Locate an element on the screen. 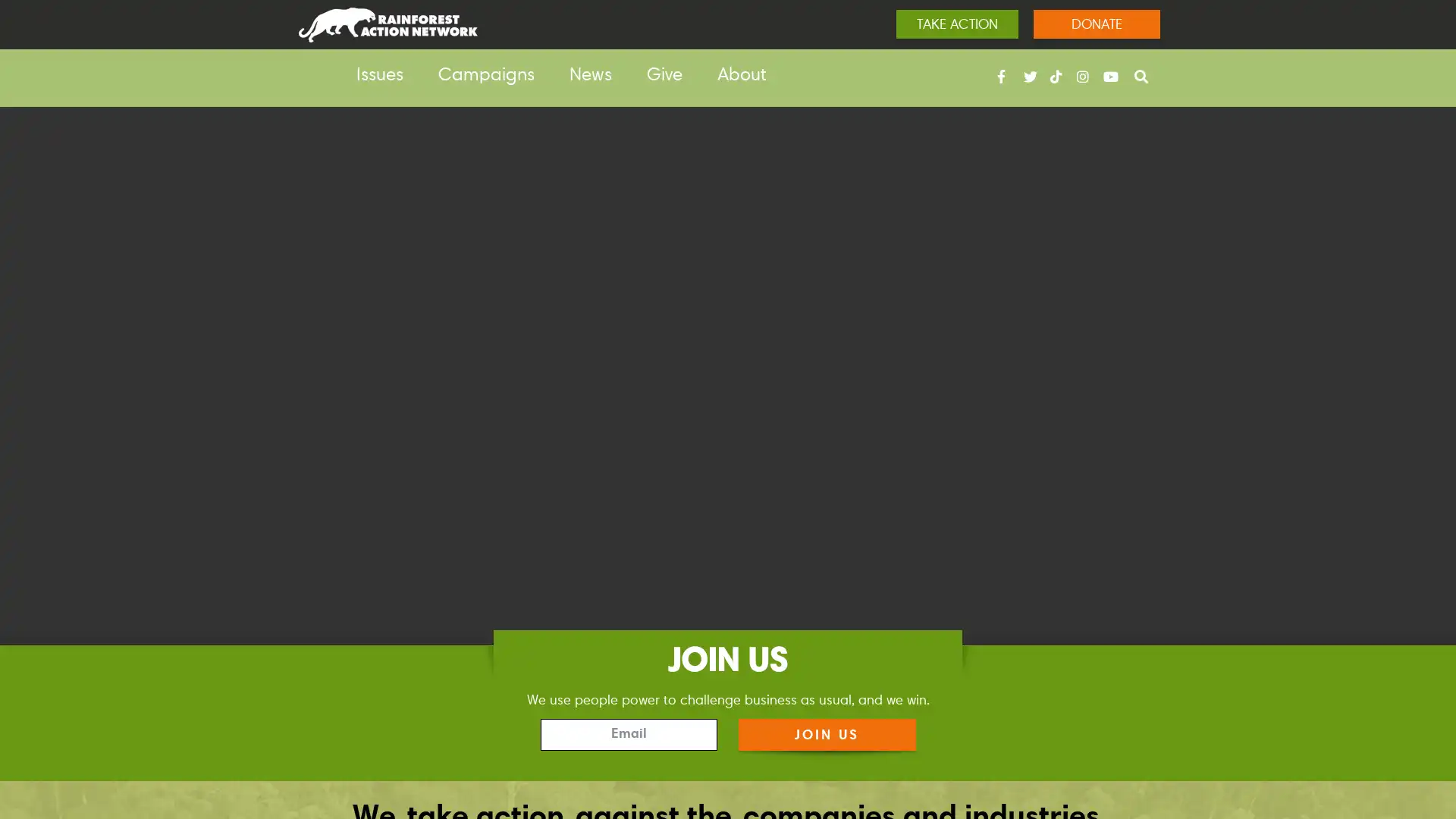  enter full screen is located at coordinates (1371, 739).